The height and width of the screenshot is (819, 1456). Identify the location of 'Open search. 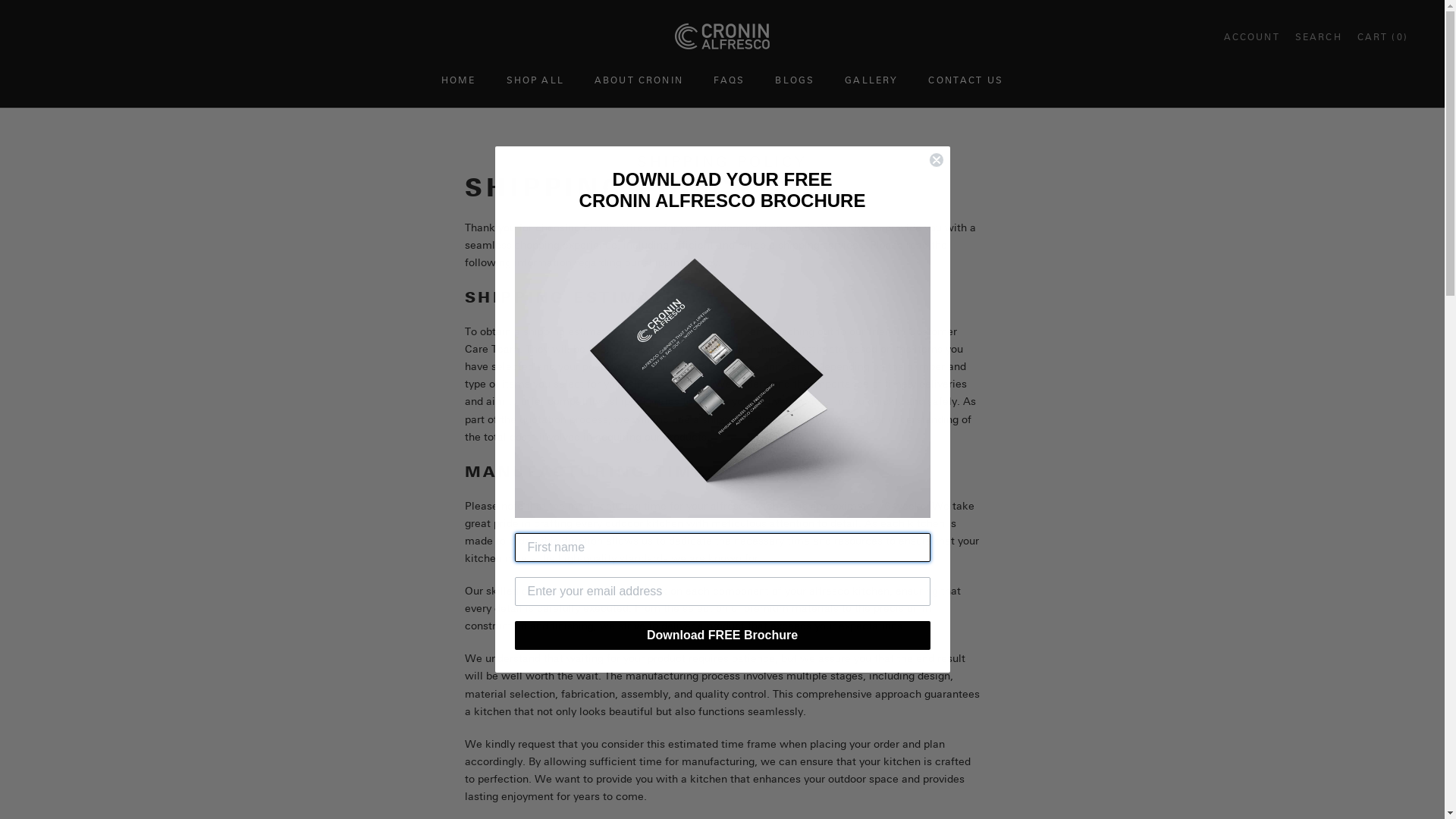
(1317, 36).